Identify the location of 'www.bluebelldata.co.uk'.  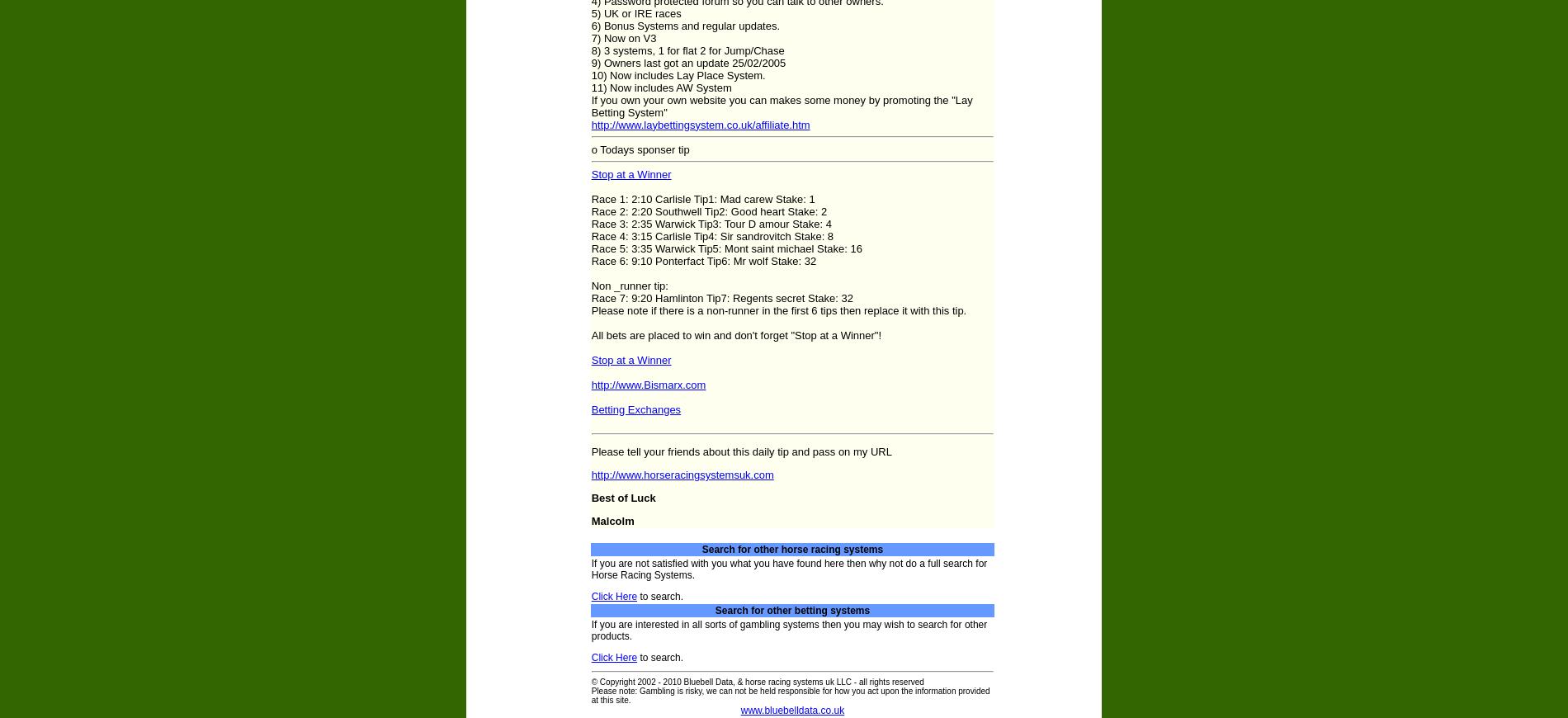
(792, 711).